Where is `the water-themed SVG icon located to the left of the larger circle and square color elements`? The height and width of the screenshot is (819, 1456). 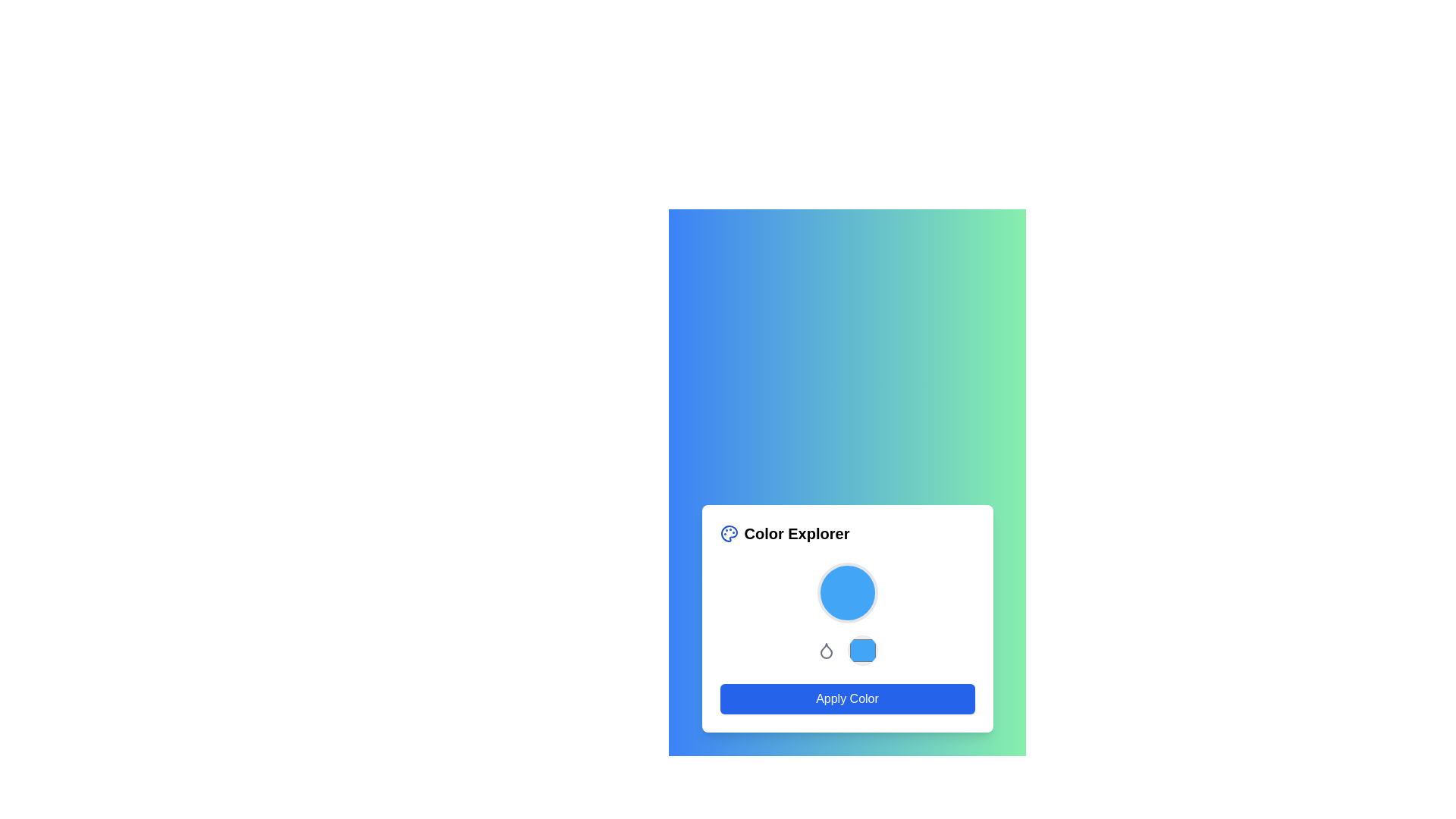
the water-themed SVG icon located to the left of the larger circle and square color elements is located at coordinates (825, 649).